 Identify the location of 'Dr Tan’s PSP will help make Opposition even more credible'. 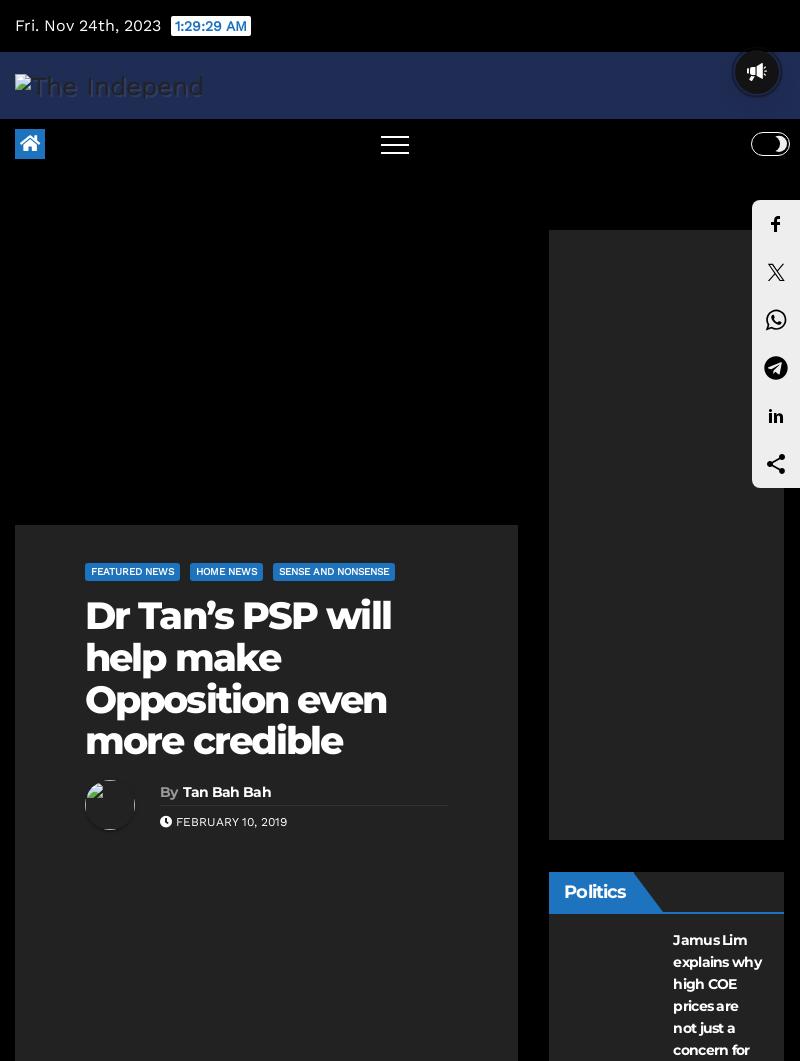
(84, 676).